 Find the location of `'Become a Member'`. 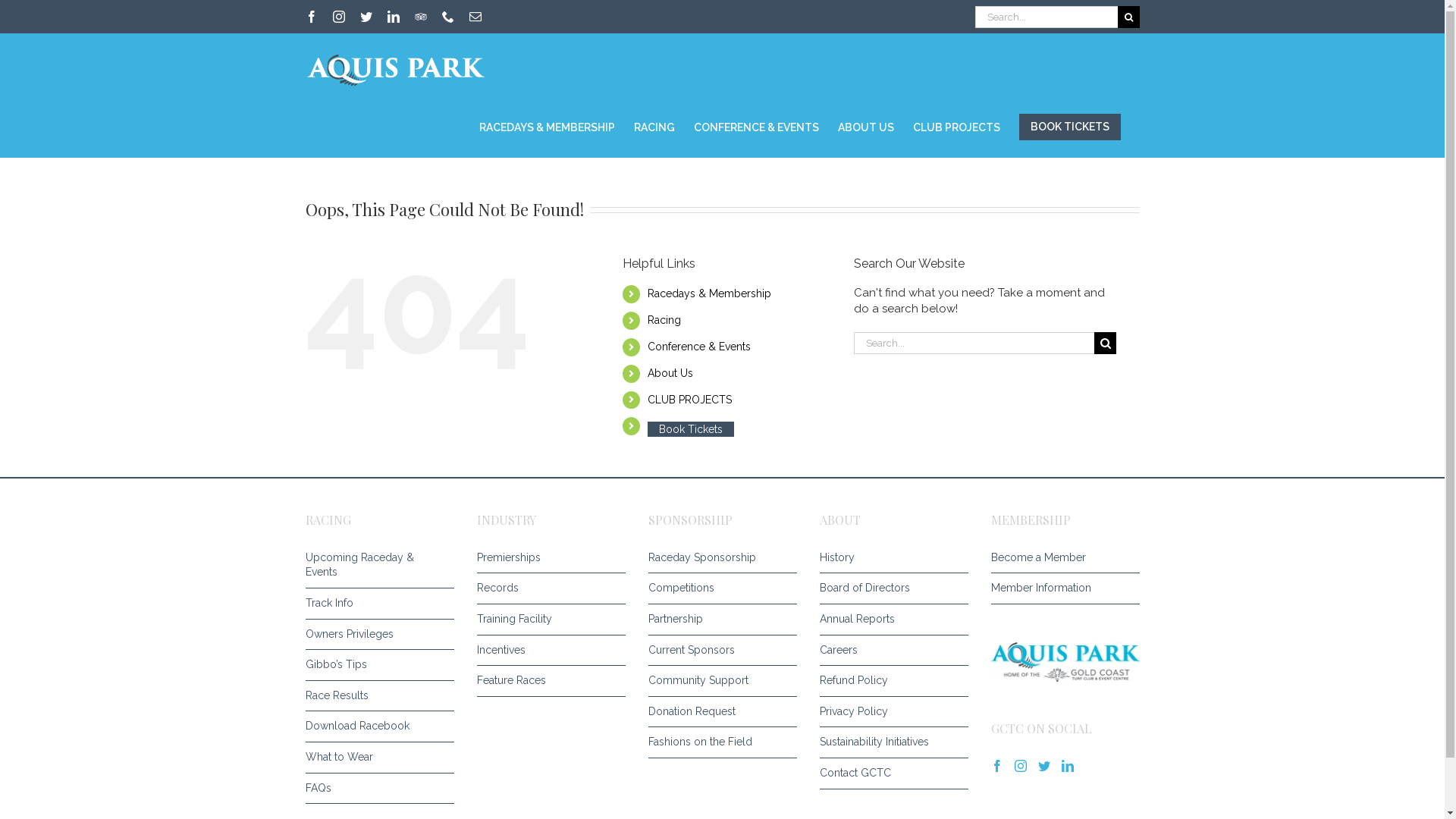

'Become a Member' is located at coordinates (1059, 558).